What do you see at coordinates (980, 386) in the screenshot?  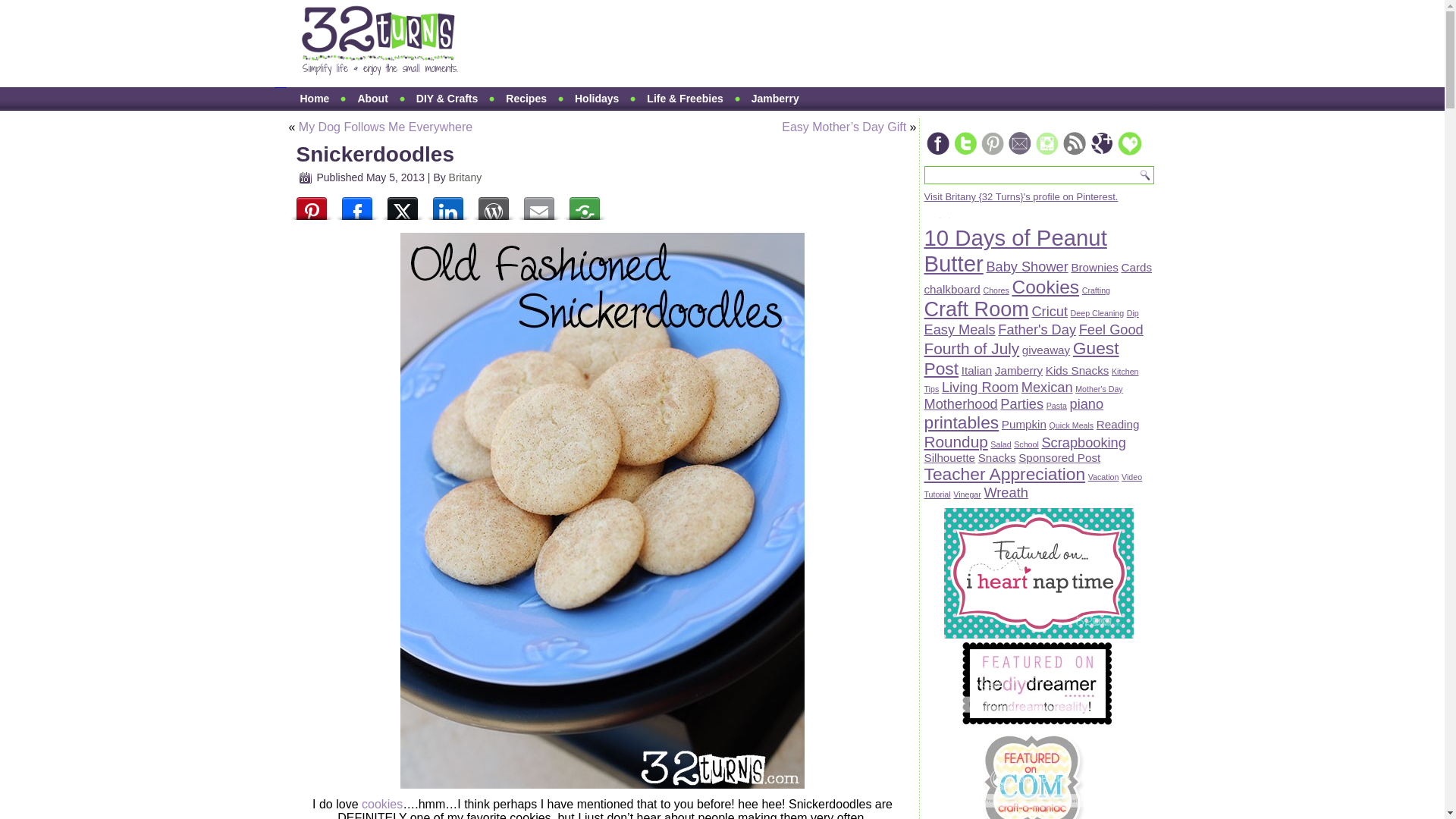 I see `'Living Room'` at bounding box center [980, 386].